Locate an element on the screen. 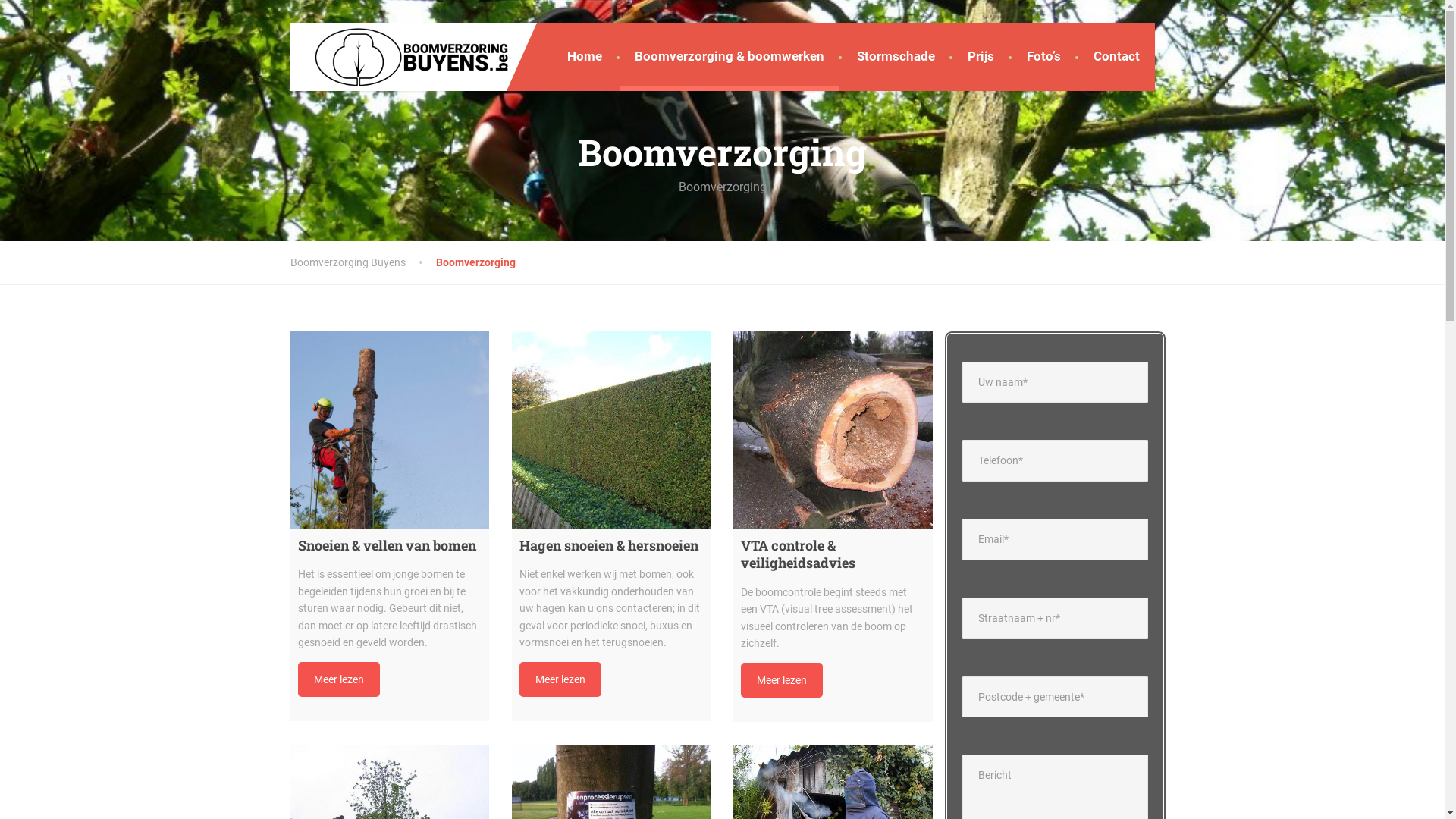  'Contact' is located at coordinates (1116, 55).